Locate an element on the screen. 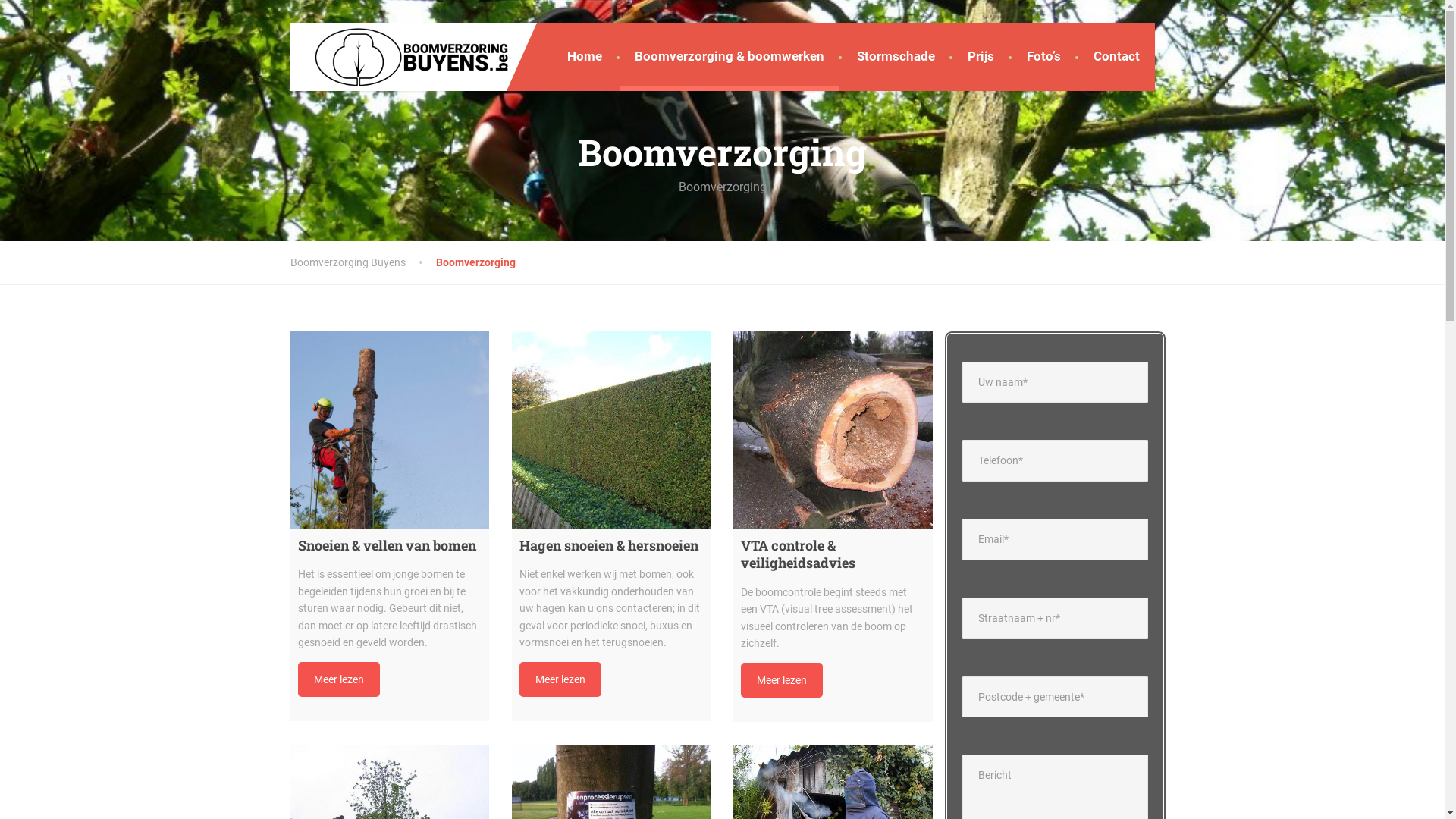  'Contact' is located at coordinates (1116, 55).